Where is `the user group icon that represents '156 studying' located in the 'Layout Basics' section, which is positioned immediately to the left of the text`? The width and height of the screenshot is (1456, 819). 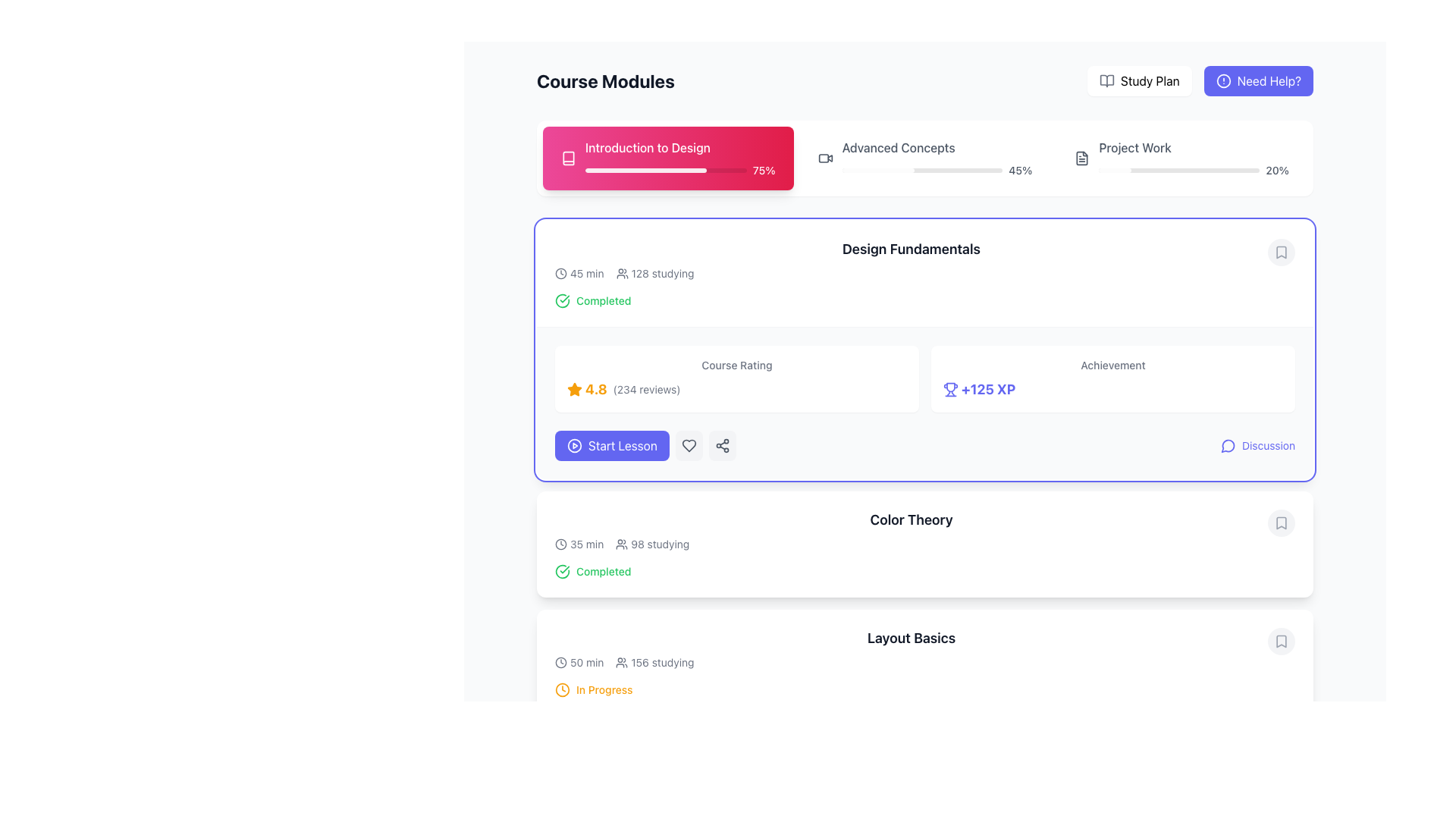
the user group icon that represents '156 studying' located in the 'Layout Basics' section, which is positioned immediately to the left of the text is located at coordinates (622, 662).